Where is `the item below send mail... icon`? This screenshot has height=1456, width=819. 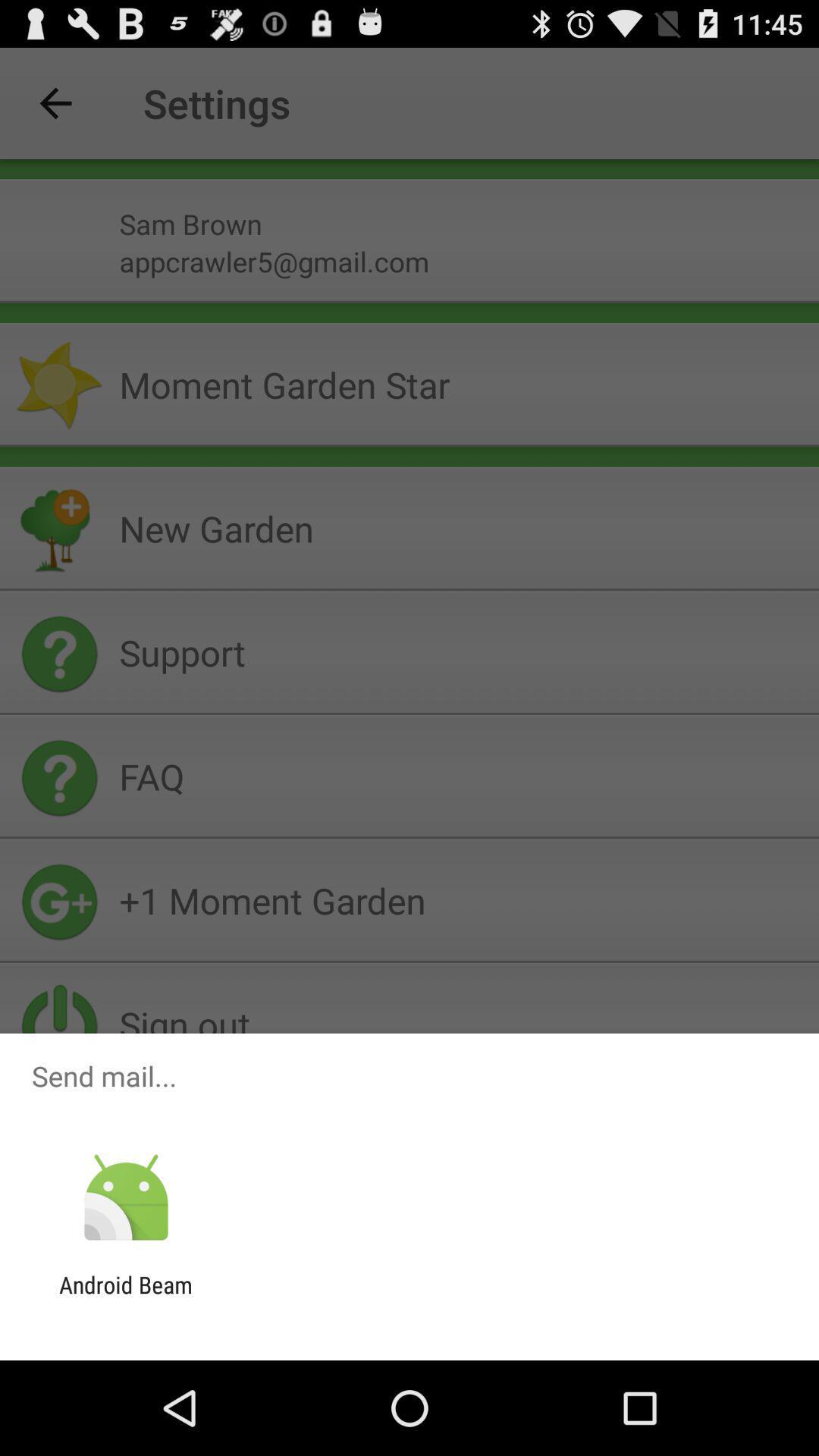 the item below send mail... icon is located at coordinates (125, 1197).